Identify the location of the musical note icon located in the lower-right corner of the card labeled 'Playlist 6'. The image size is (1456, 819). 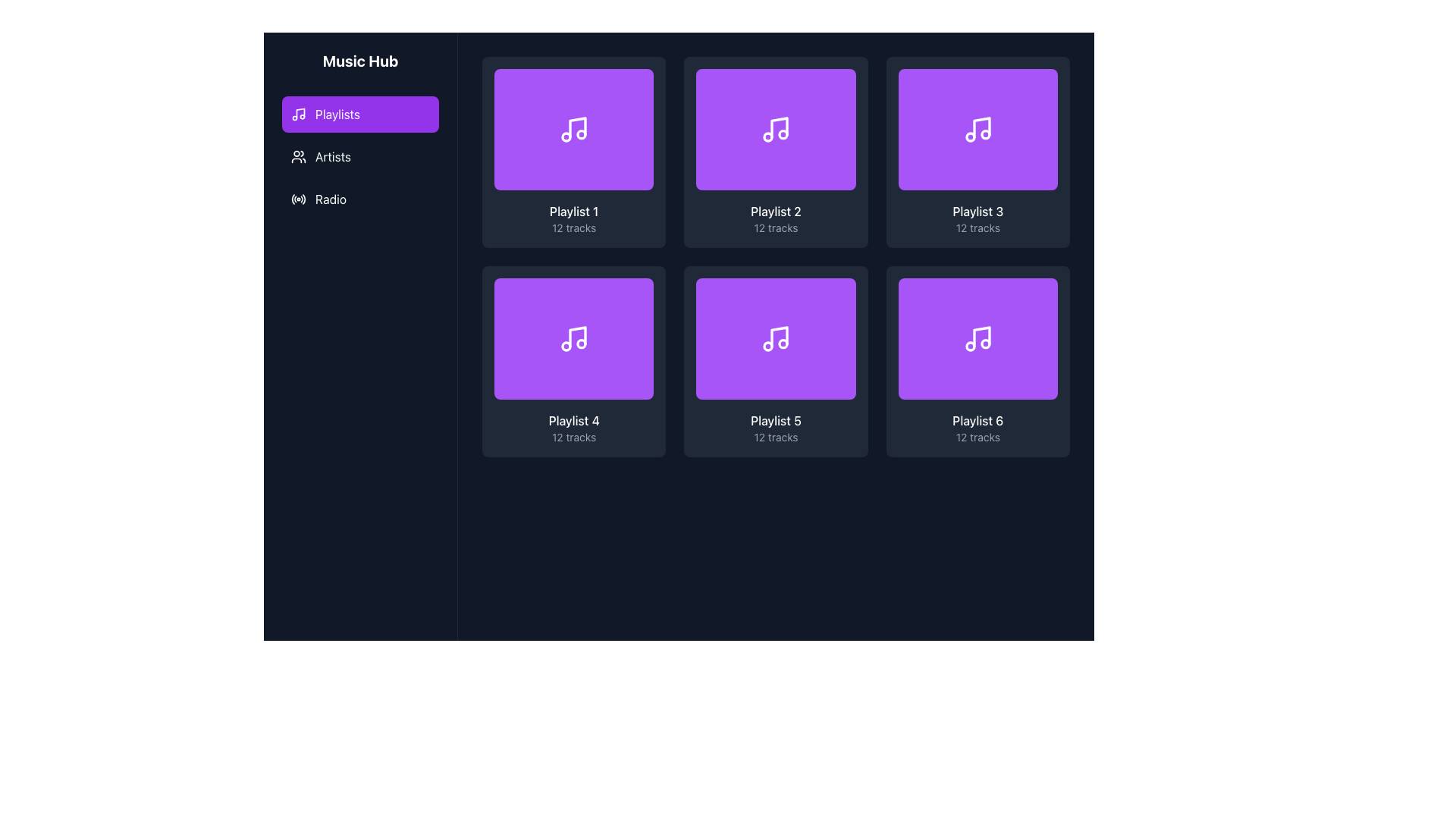
(977, 338).